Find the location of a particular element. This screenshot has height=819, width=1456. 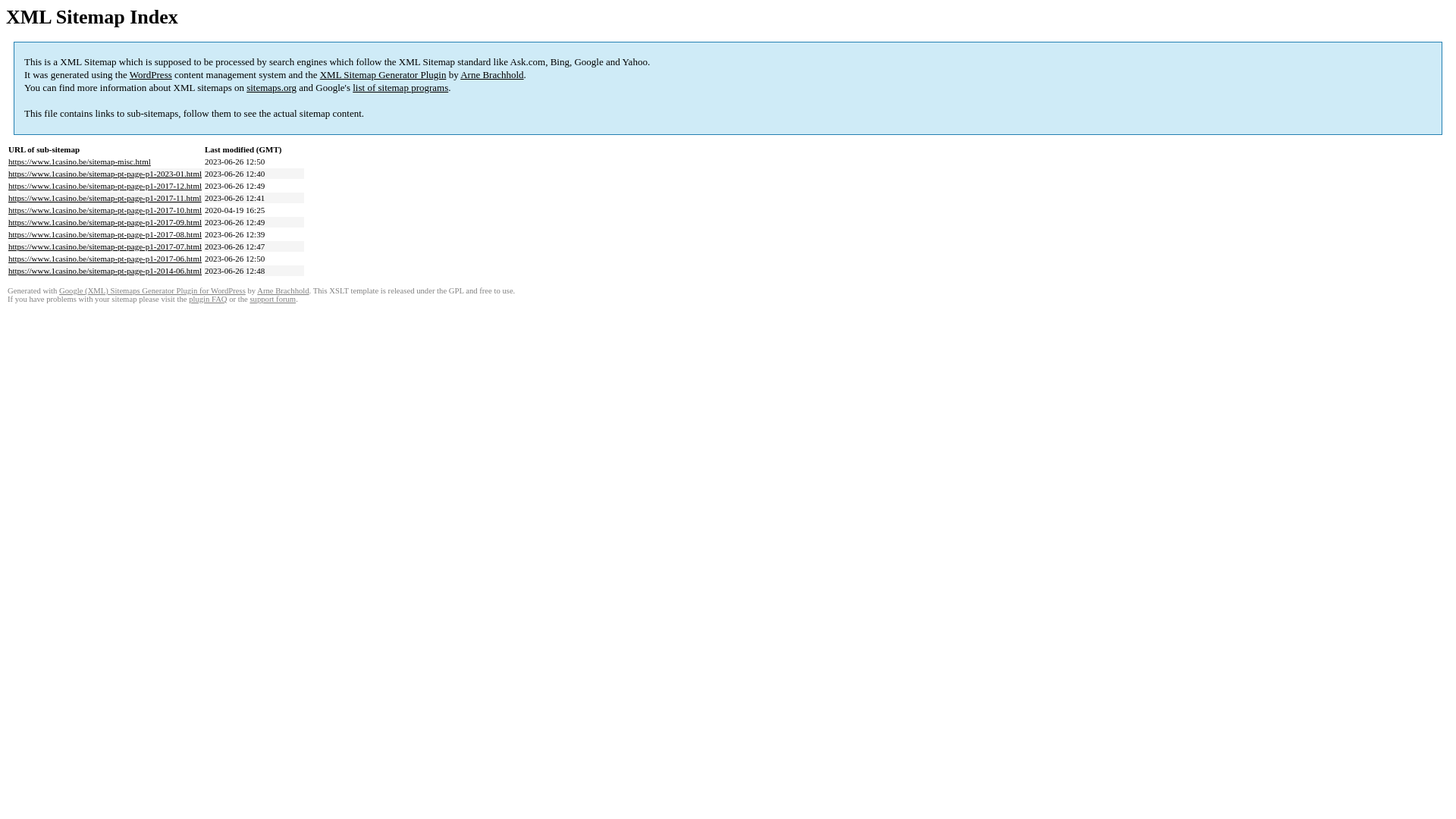

'https://www.1casino.be/sitemap-pt-page-p1-2017-12.html' is located at coordinates (104, 185).